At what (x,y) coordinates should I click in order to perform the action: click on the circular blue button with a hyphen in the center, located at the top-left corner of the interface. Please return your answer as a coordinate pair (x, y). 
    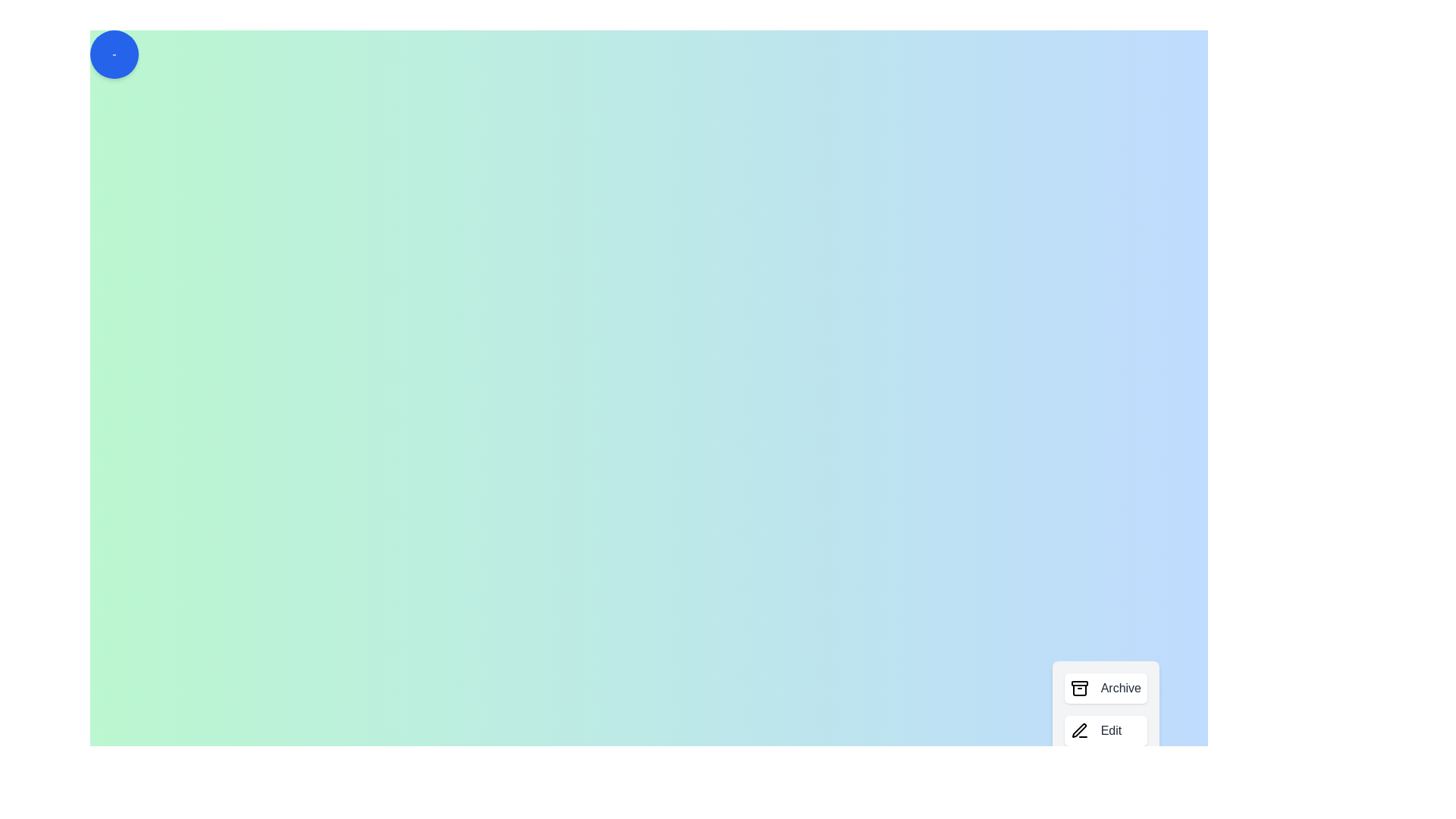
    Looking at the image, I should click on (113, 54).